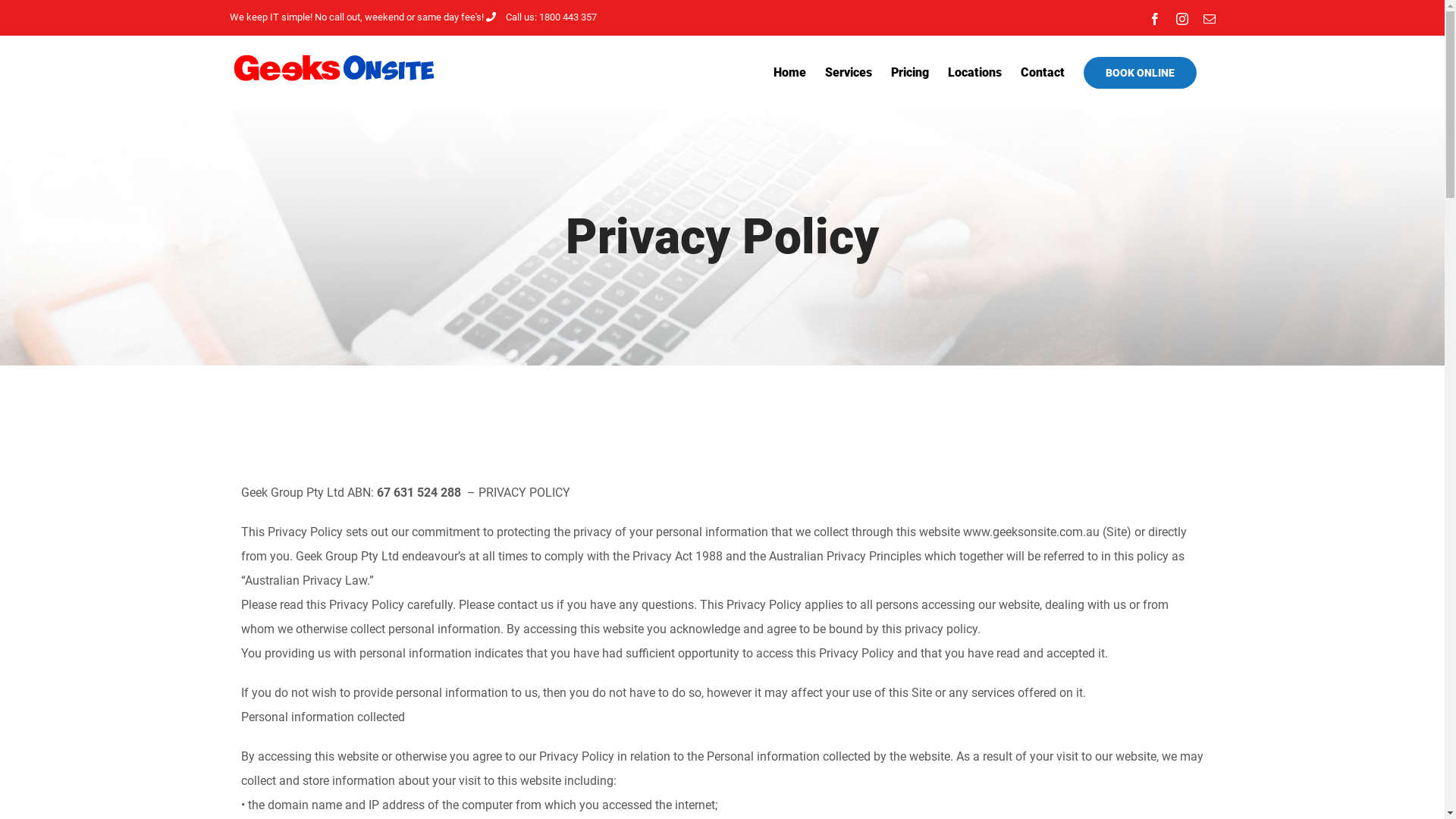 Image resolution: width=1456 pixels, height=819 pixels. I want to click on 'Facebook', so click(1153, 17).